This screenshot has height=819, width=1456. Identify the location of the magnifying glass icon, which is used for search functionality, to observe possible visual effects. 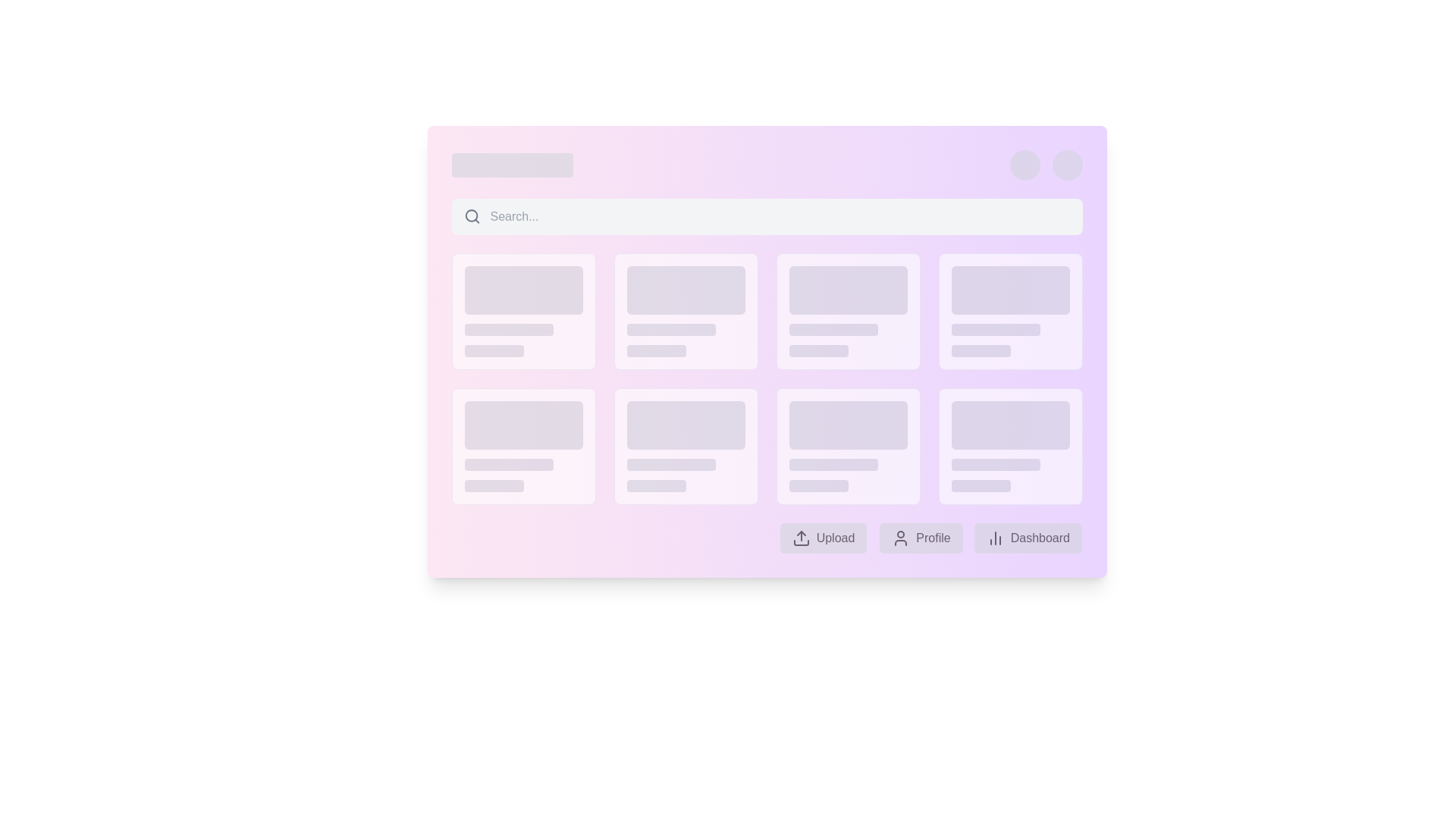
(472, 216).